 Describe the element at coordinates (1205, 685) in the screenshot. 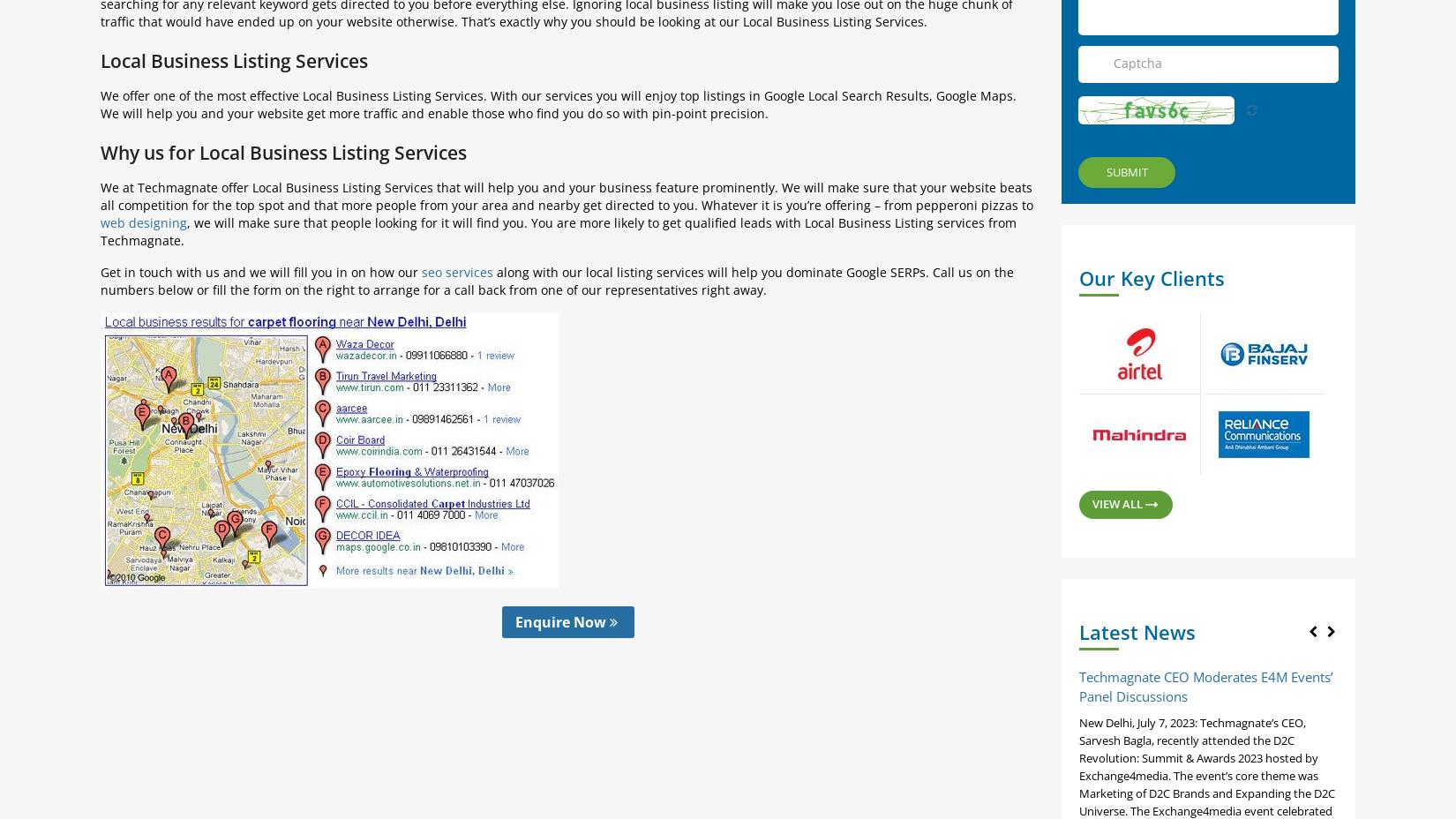

I see `'Techmagnate CEO Moderates E4M Events’ Panel Discussions'` at that location.